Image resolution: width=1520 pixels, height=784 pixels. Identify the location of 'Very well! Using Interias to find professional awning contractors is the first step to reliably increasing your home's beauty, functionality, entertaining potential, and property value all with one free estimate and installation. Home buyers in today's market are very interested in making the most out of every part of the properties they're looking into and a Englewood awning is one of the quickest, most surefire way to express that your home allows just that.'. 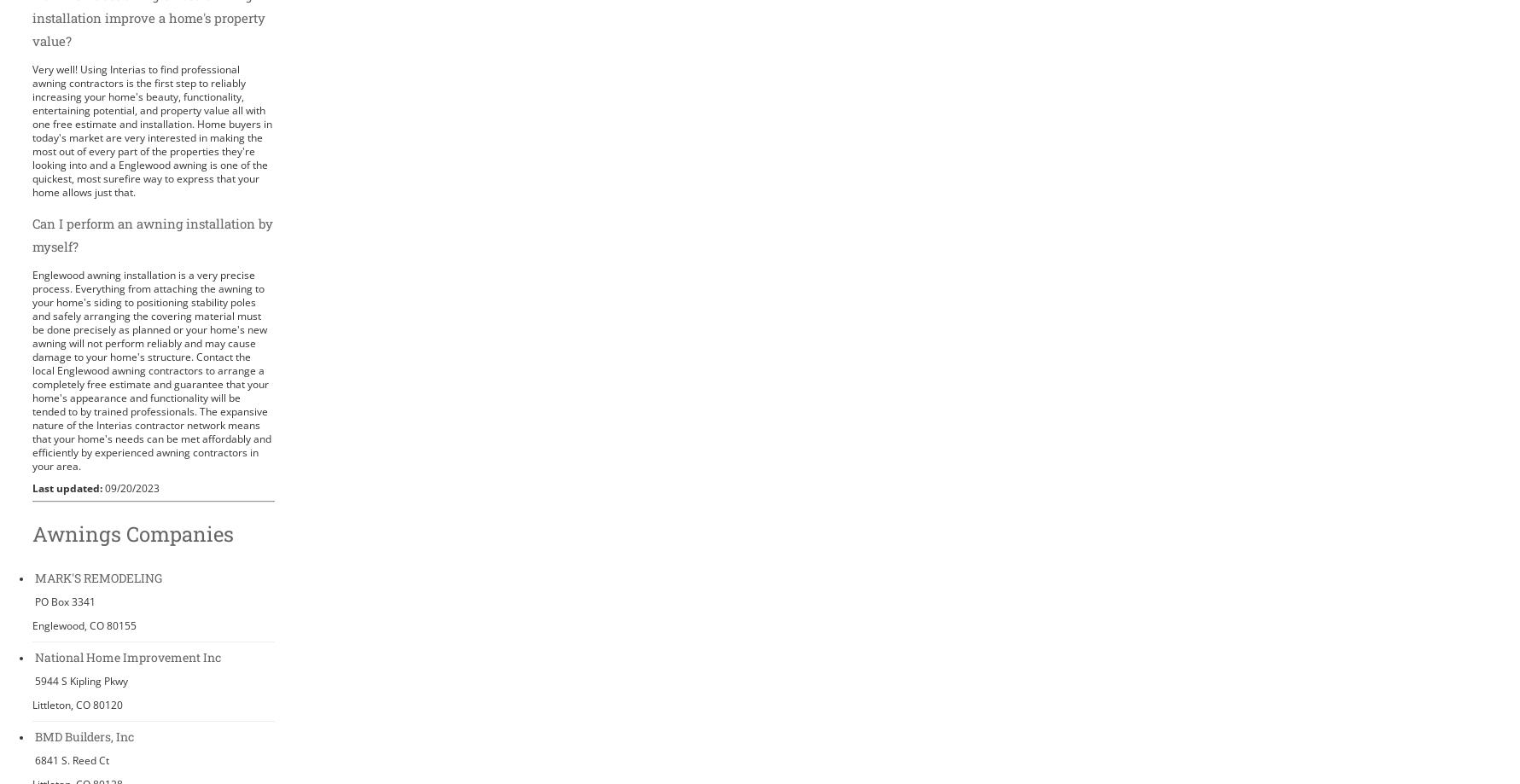
(152, 129).